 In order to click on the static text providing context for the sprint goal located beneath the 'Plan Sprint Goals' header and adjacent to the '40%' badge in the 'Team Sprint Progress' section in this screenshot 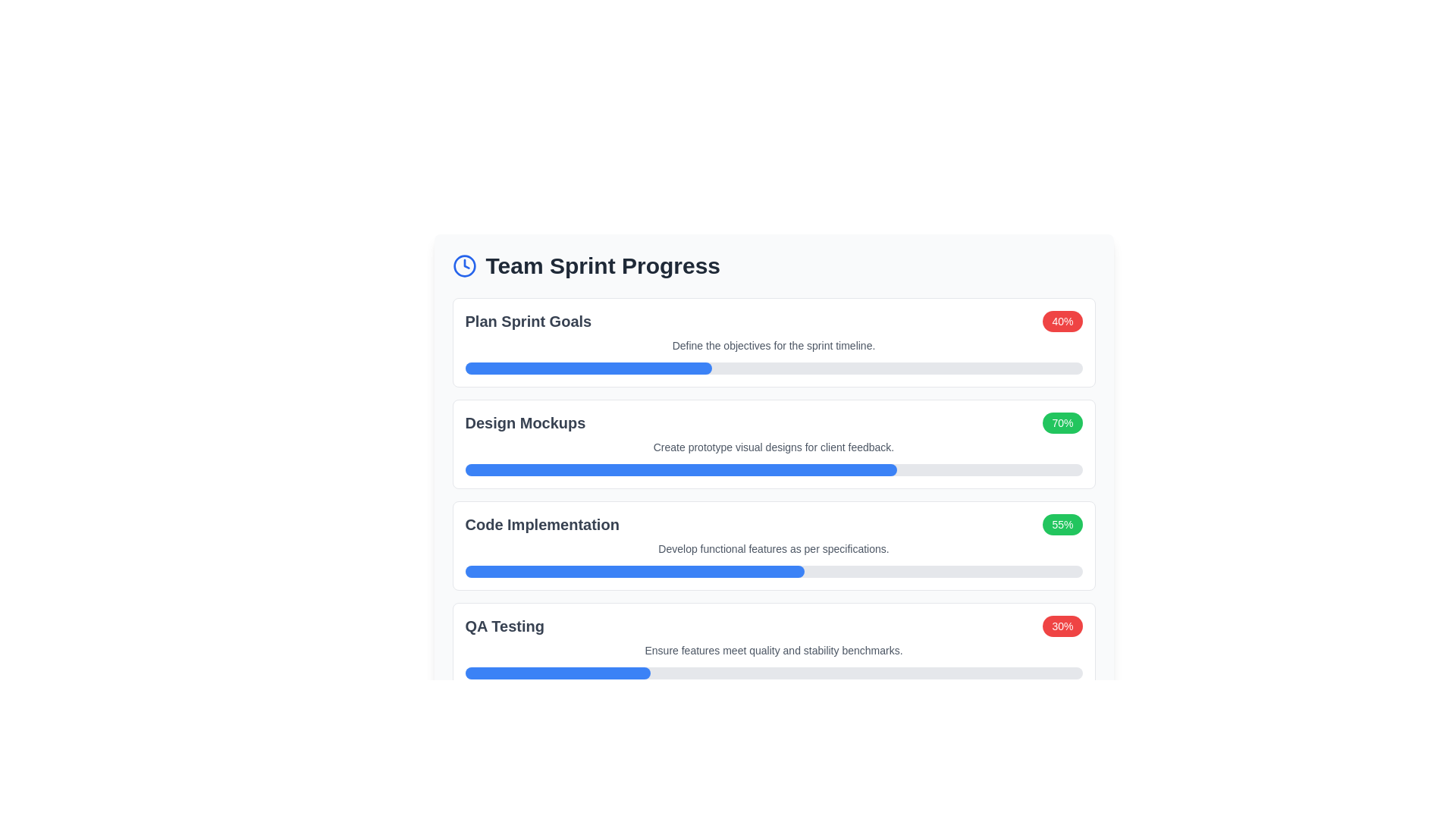, I will do `click(773, 345)`.